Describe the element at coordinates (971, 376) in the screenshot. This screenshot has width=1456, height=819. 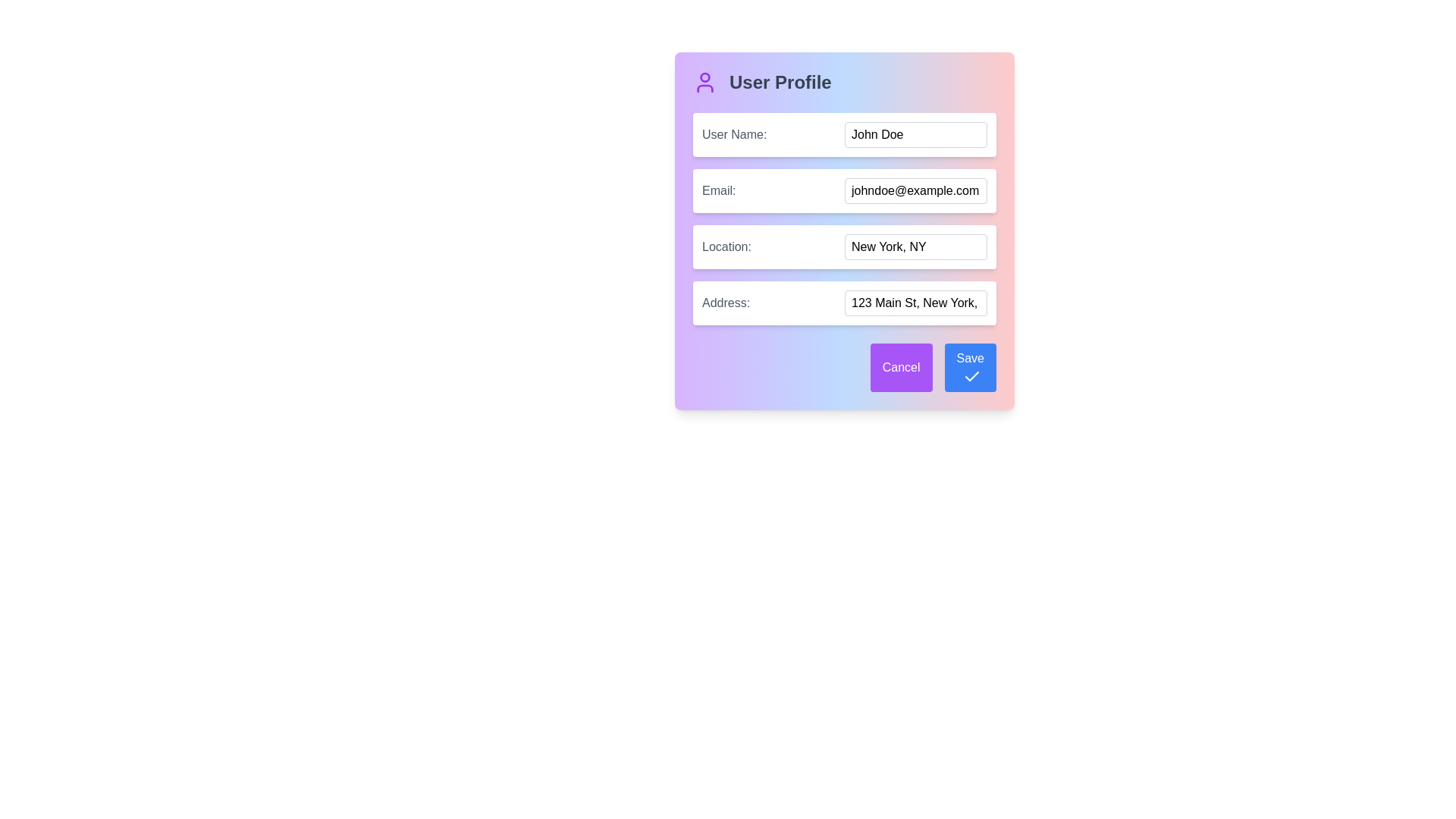
I see `the confirmation icon located to the right of the 'Save' text within the blue 'Save' button in the bottom-right corner of the modal dialog` at that location.